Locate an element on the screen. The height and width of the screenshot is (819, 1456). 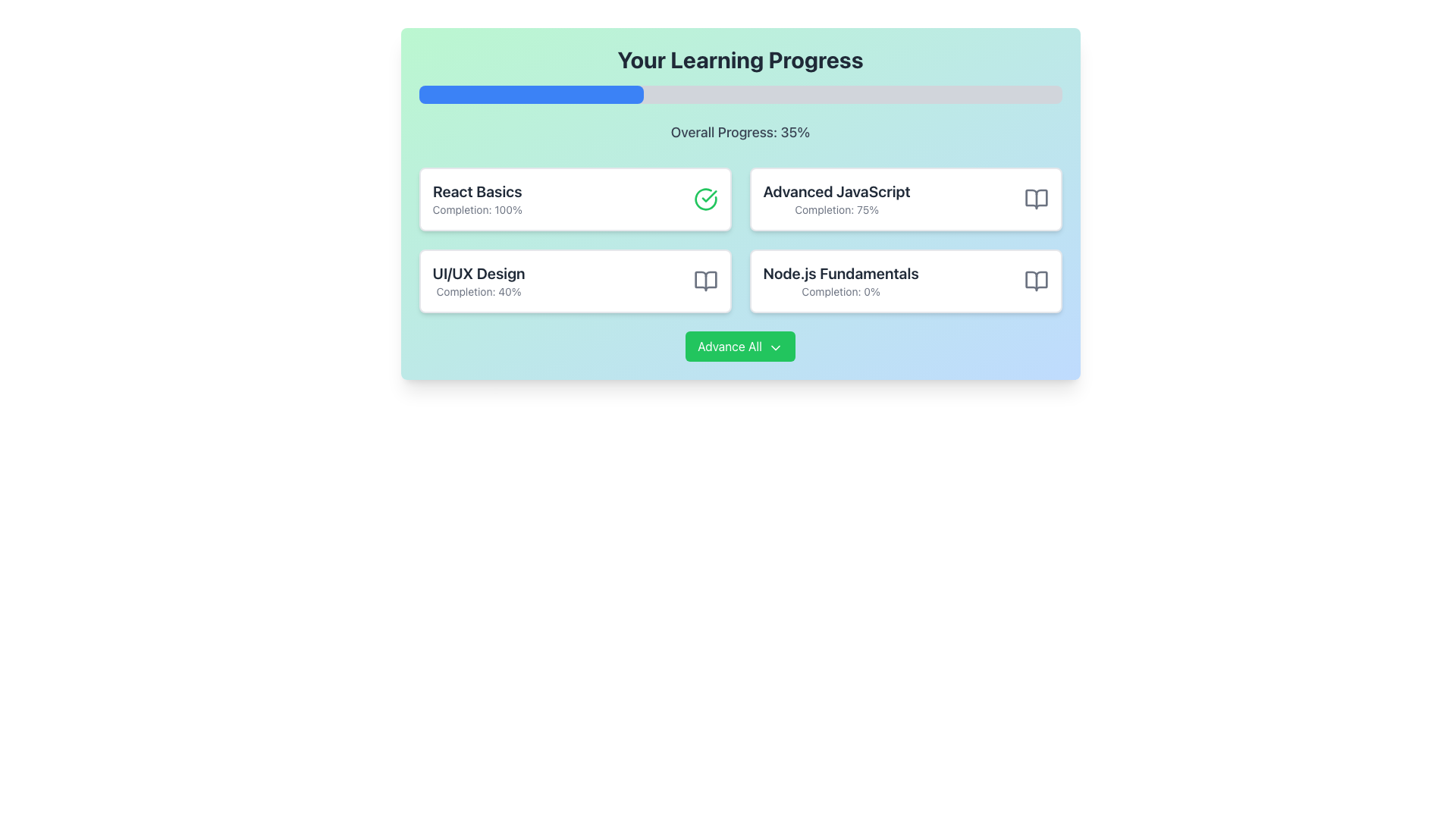
progress is located at coordinates (779, 94).